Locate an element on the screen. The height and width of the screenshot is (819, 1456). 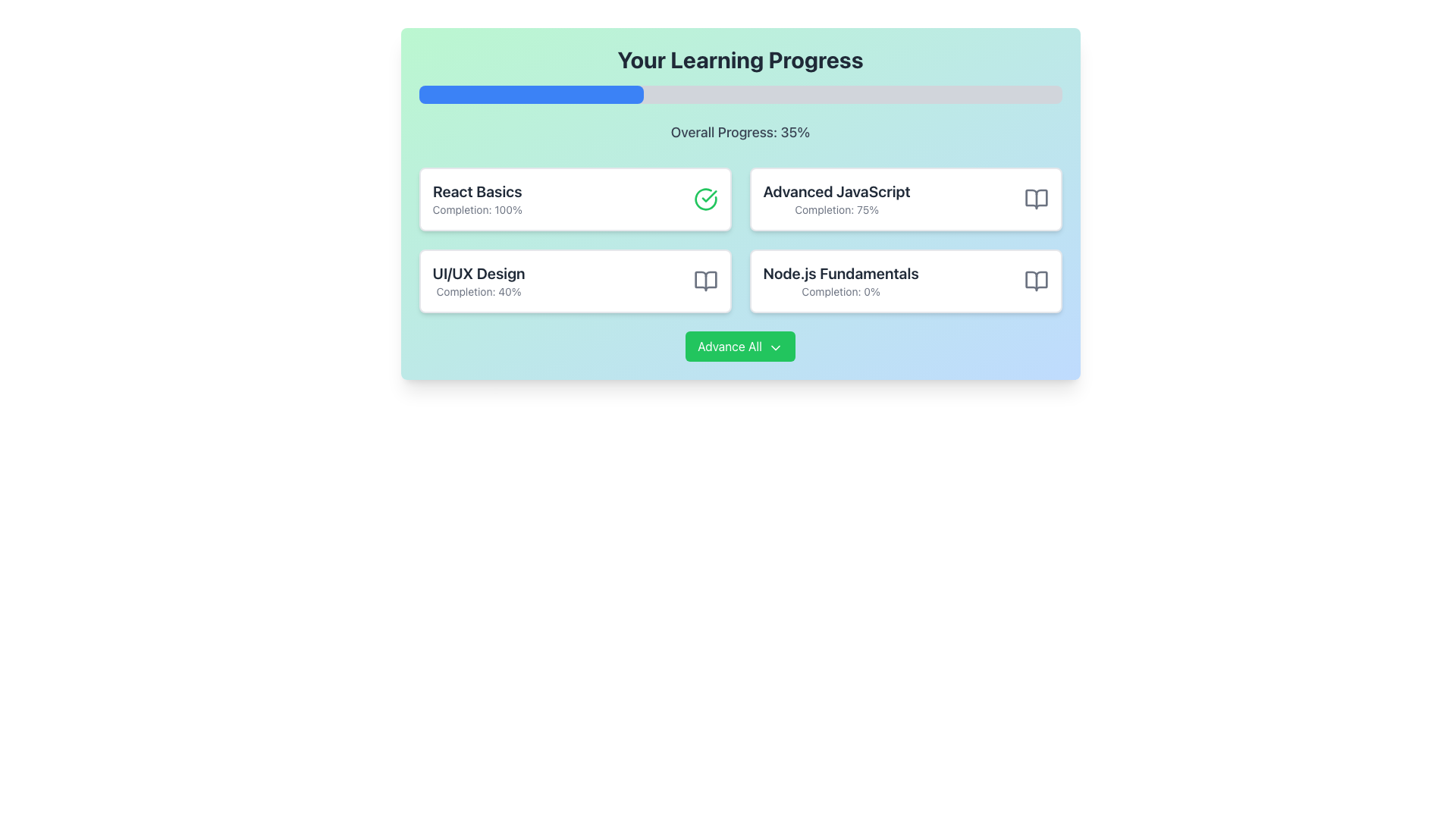
progress is located at coordinates (779, 94).